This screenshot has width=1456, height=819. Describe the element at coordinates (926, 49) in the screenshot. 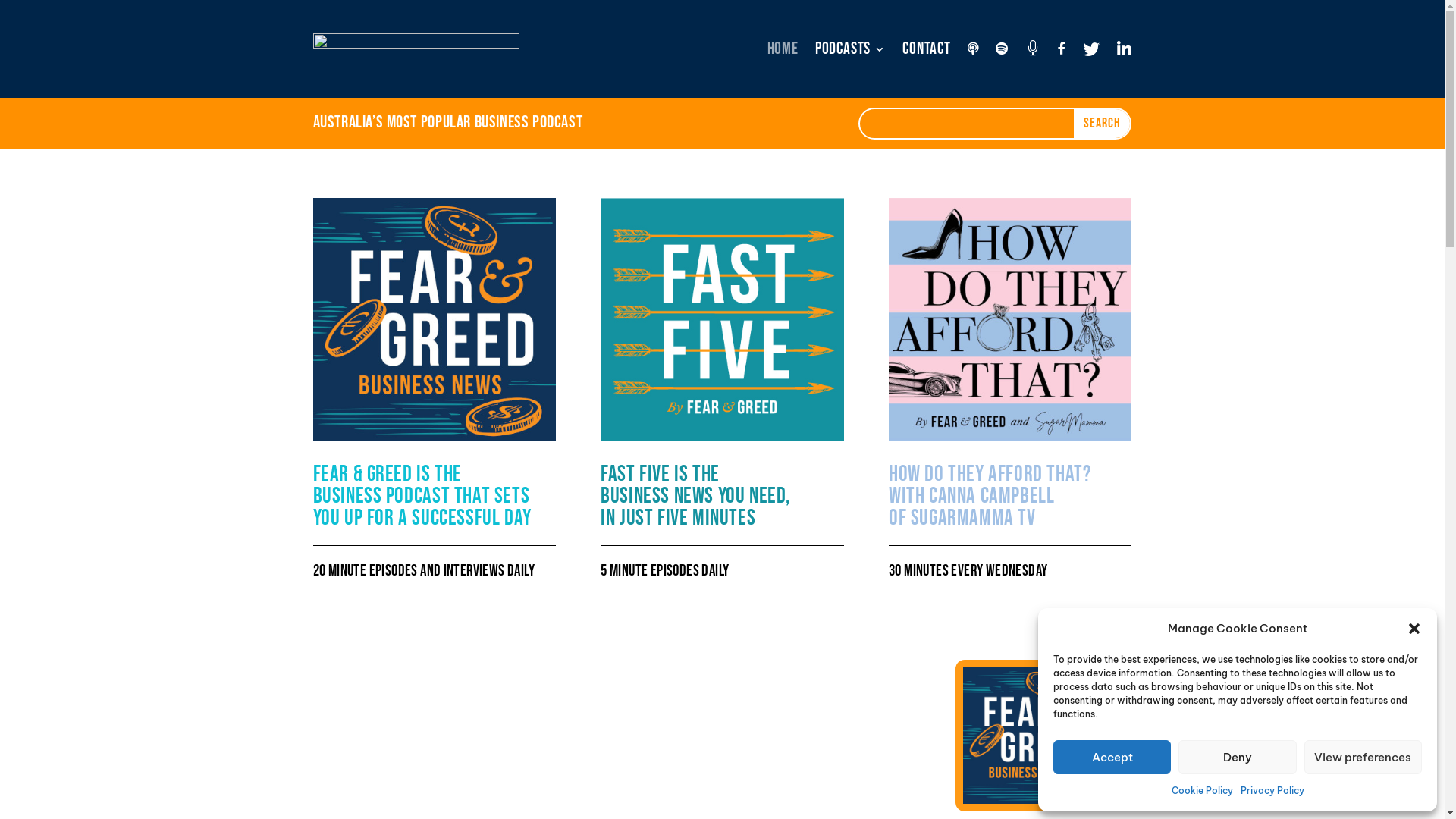

I see `'Contact'` at that location.